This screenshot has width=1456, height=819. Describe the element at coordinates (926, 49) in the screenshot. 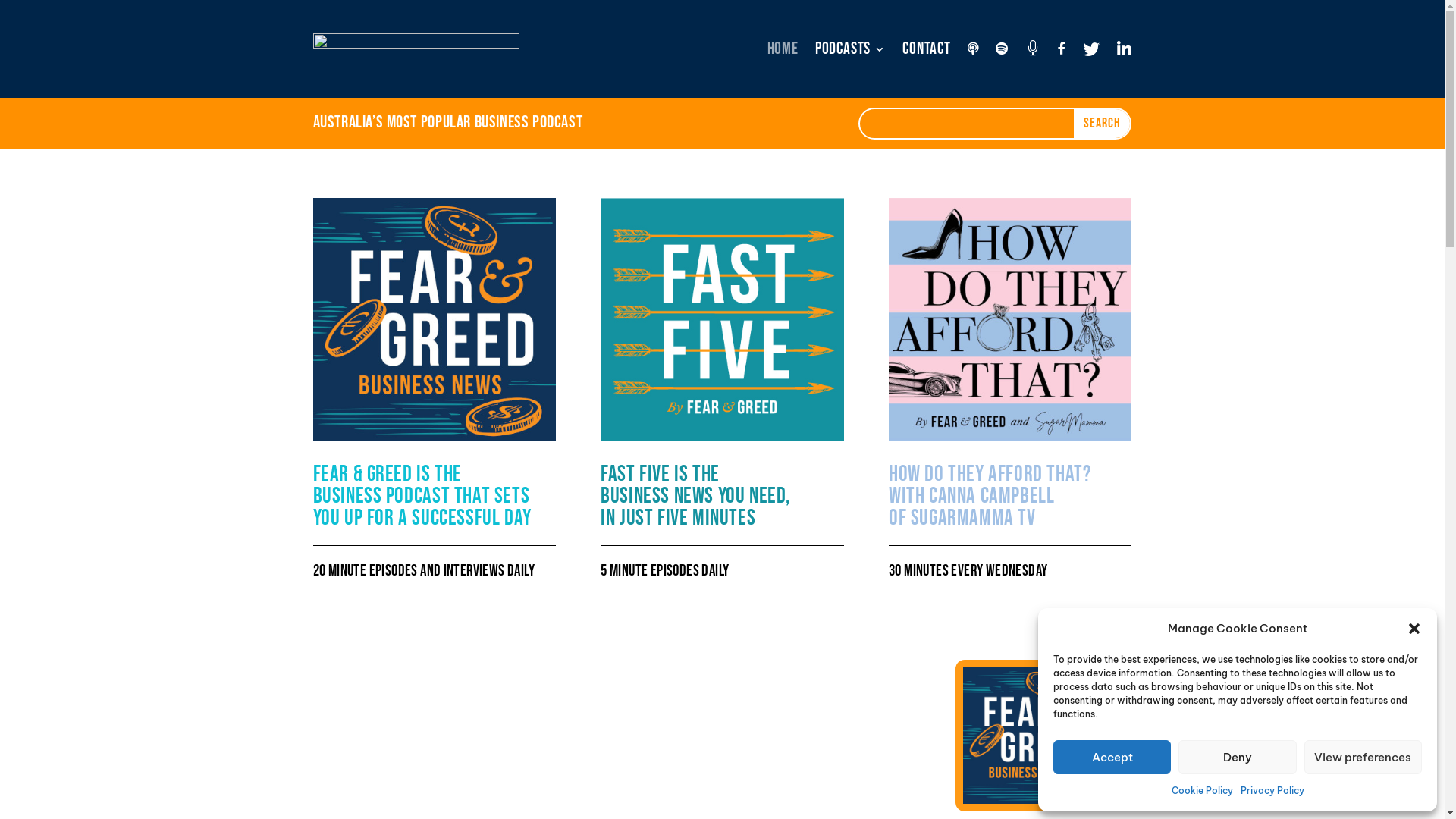

I see `'Contact'` at that location.